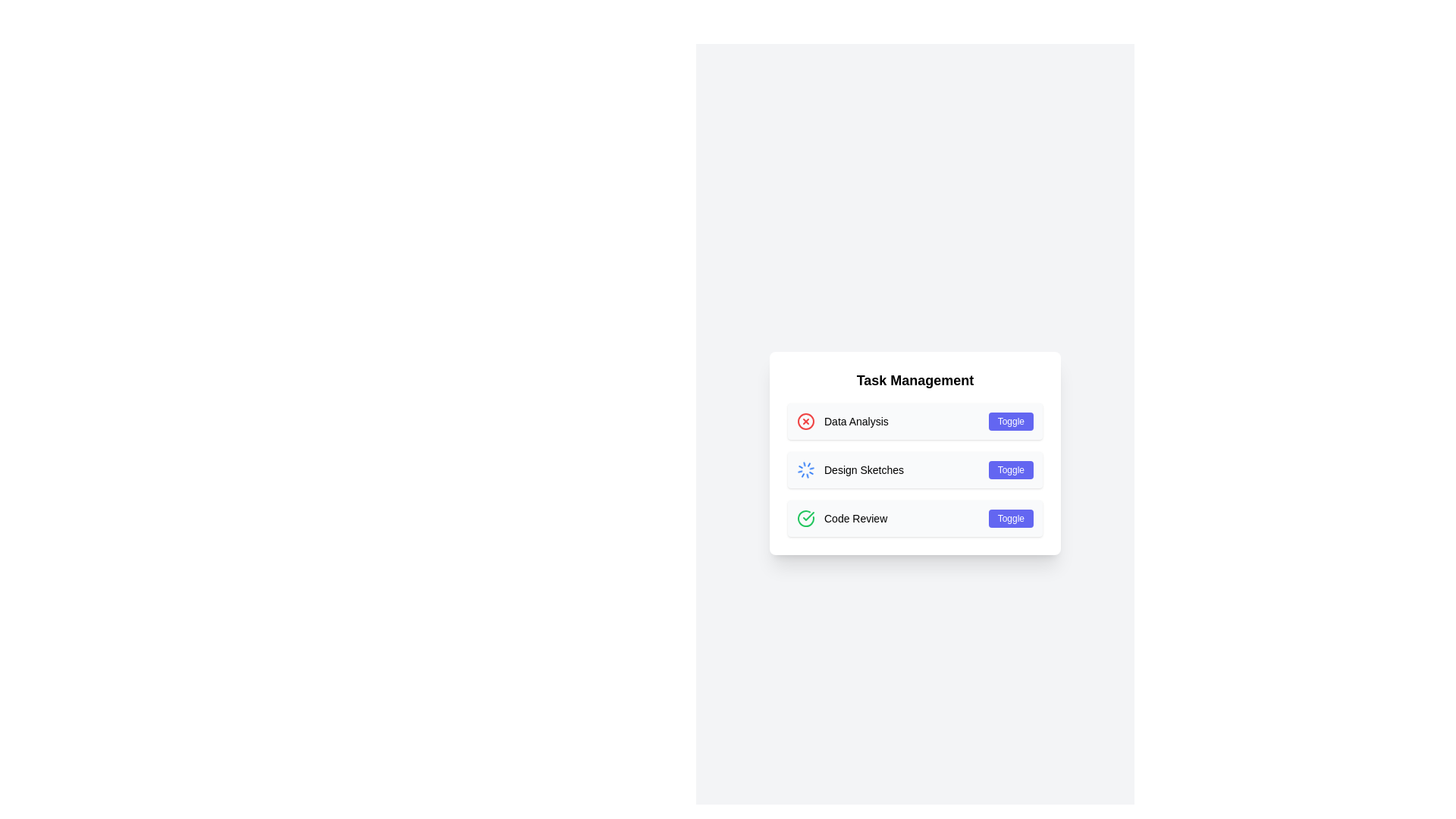 This screenshot has width=1456, height=819. What do you see at coordinates (1011, 469) in the screenshot?
I see `the indigo 'Toggle' button with rounded edges located on the right side of the 'Design Sketches' section` at bounding box center [1011, 469].